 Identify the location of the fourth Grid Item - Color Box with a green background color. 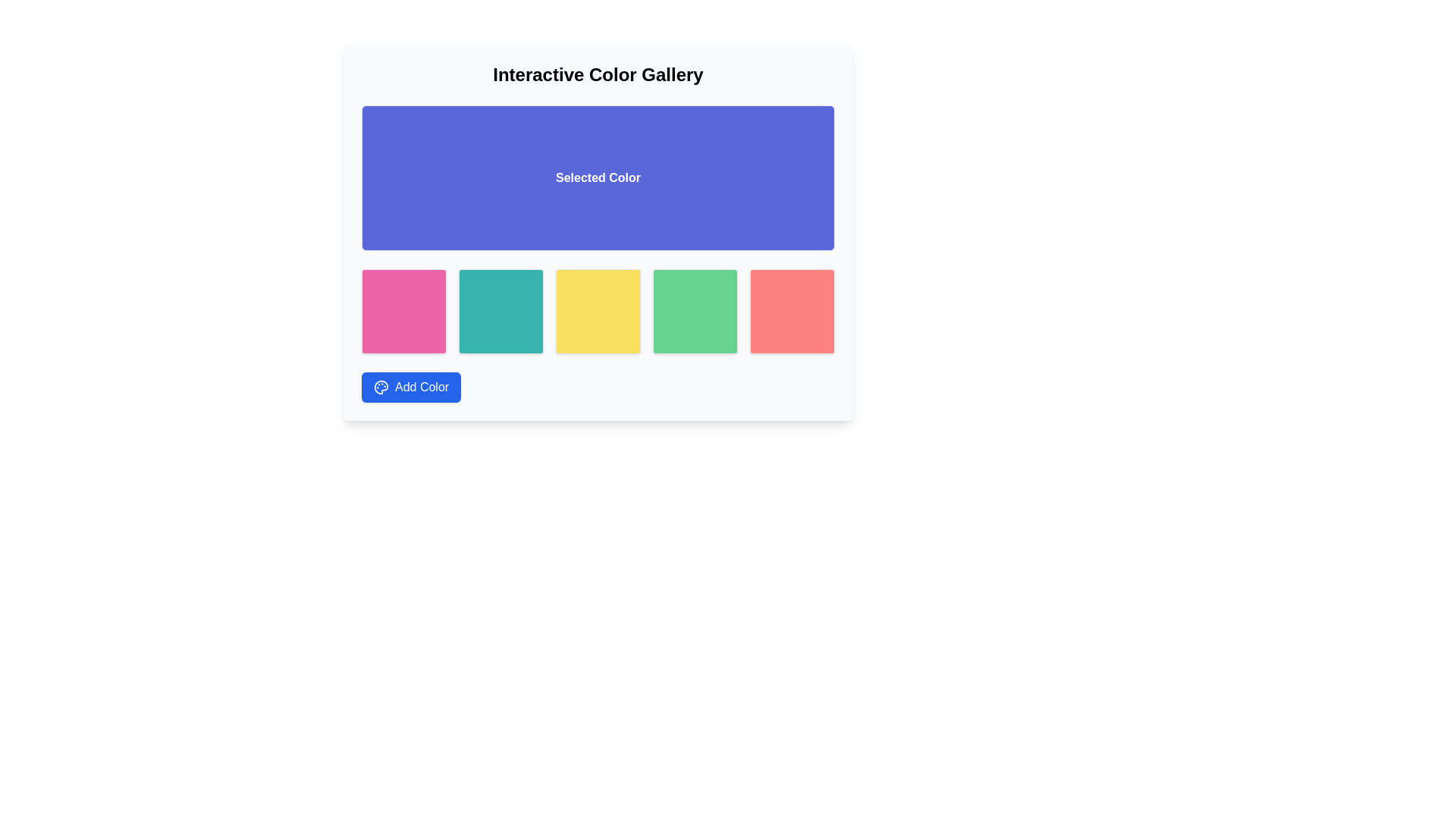
(694, 311).